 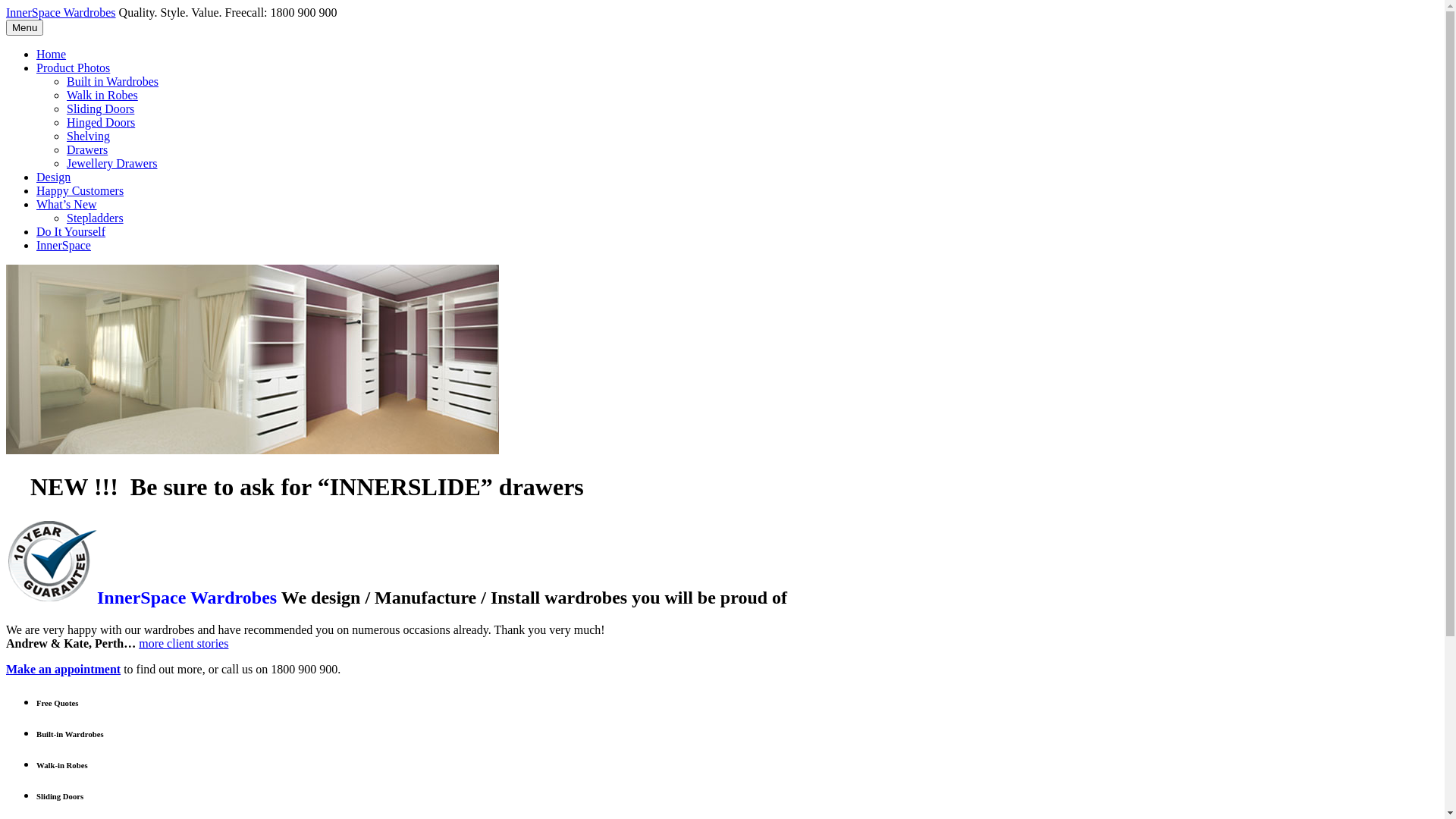 I want to click on 'Hinged Doors', so click(x=100, y=121).